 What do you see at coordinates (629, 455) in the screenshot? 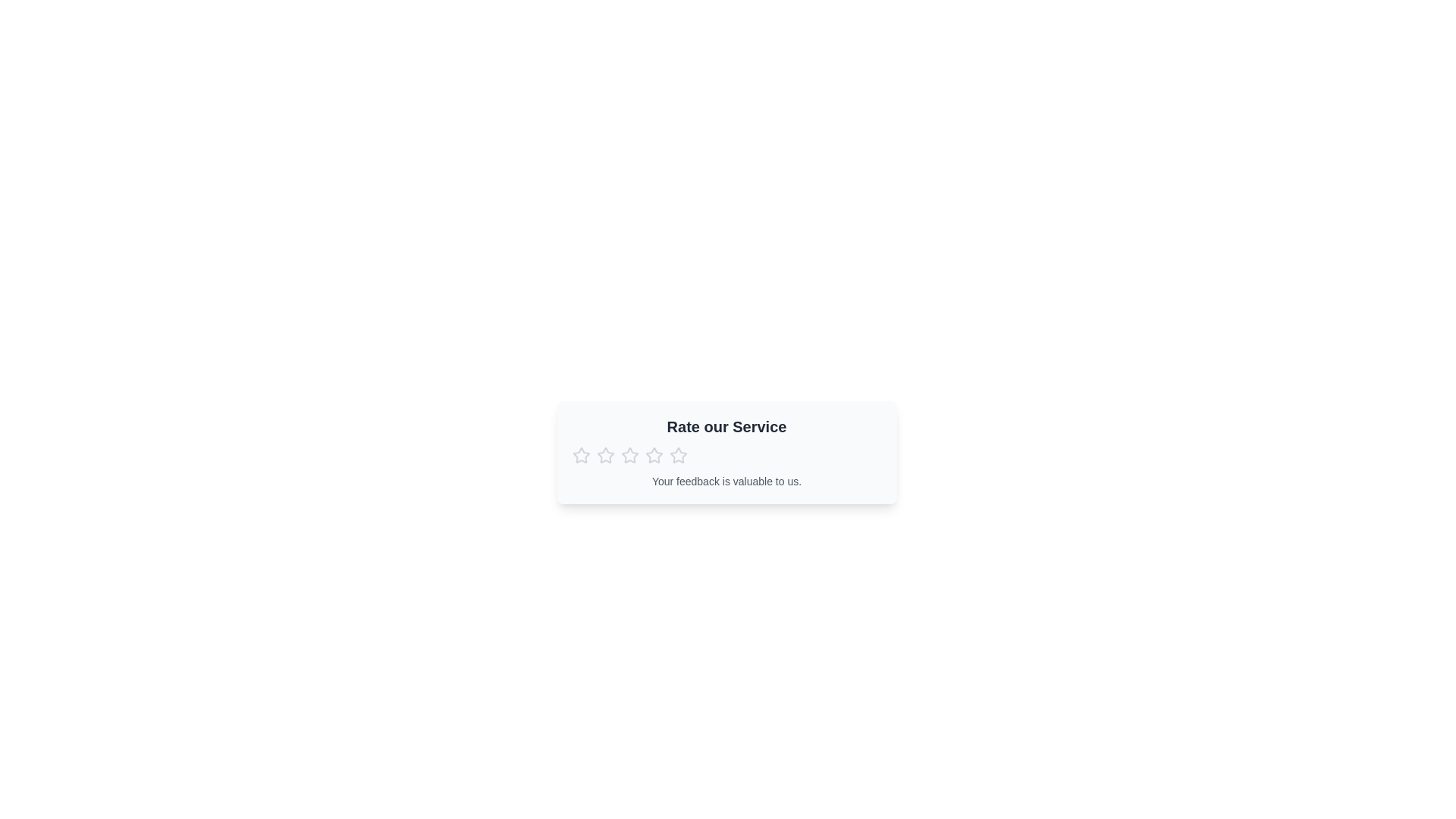
I see `the third star icon in the five-star rating widget` at bounding box center [629, 455].